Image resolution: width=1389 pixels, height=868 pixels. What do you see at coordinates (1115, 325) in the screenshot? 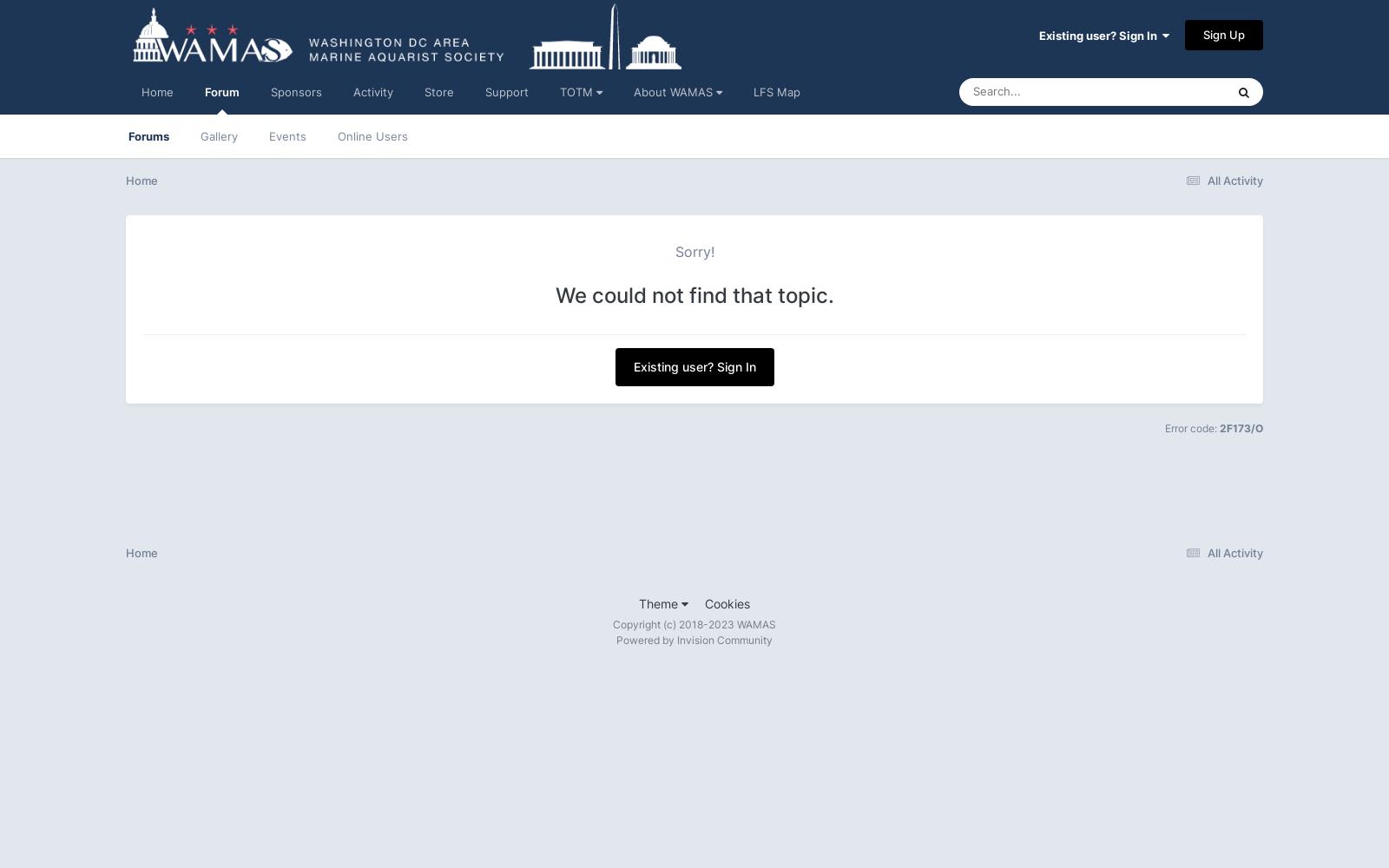
I see `'Products'` at bounding box center [1115, 325].